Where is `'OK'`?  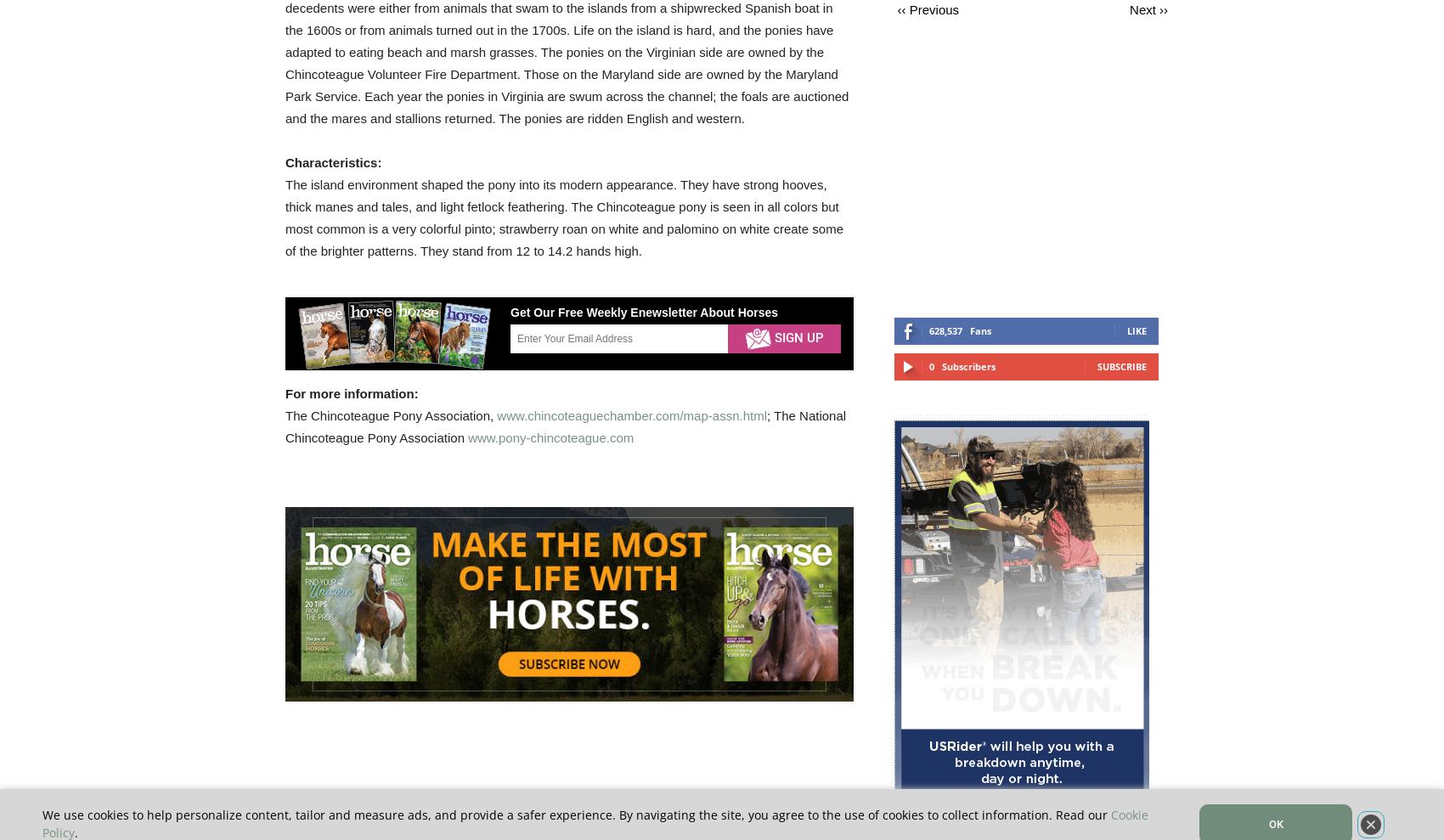 'OK' is located at coordinates (1275, 824).